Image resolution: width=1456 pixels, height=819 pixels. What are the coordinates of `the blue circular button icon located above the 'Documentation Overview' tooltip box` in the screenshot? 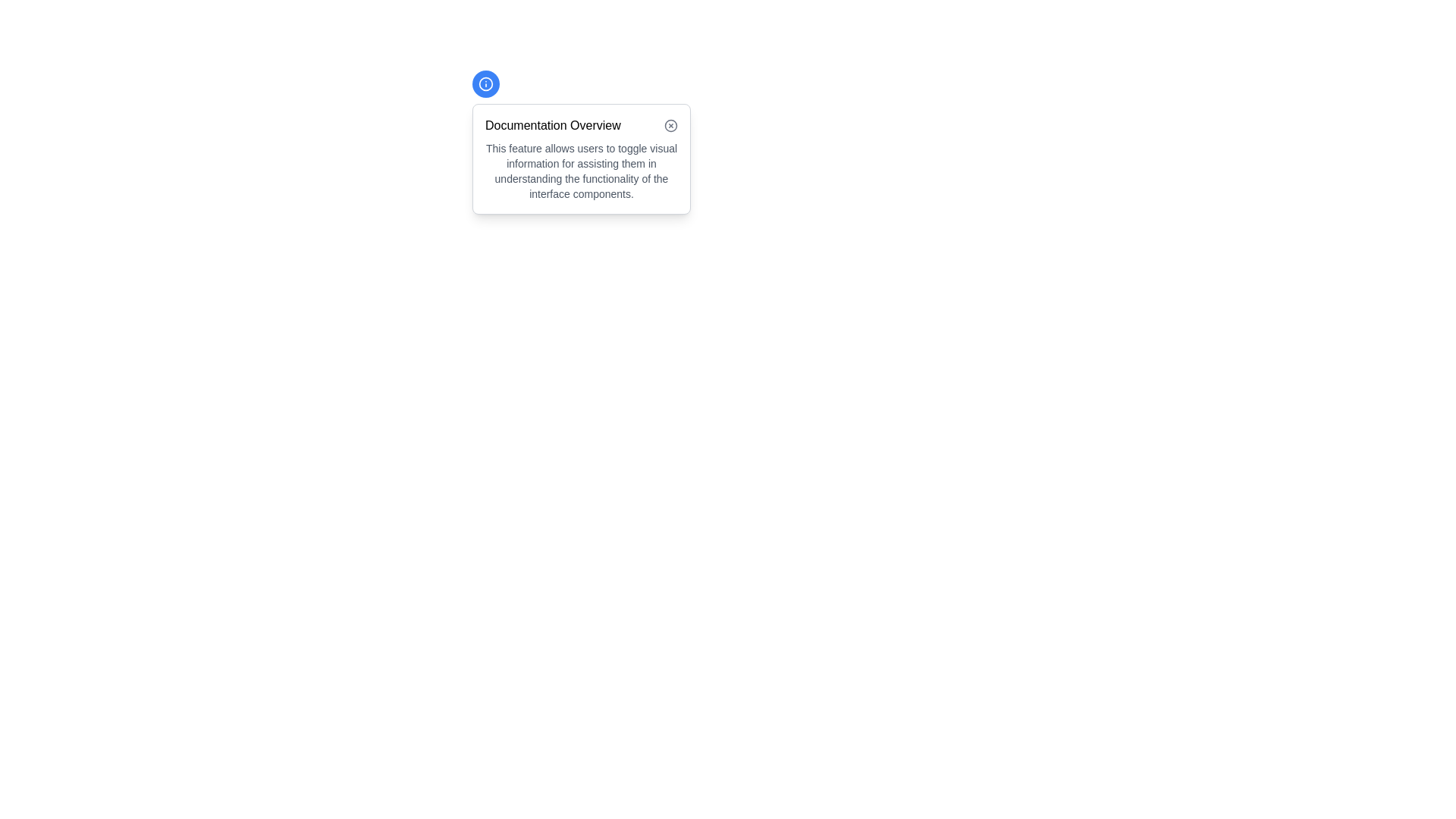 It's located at (486, 84).